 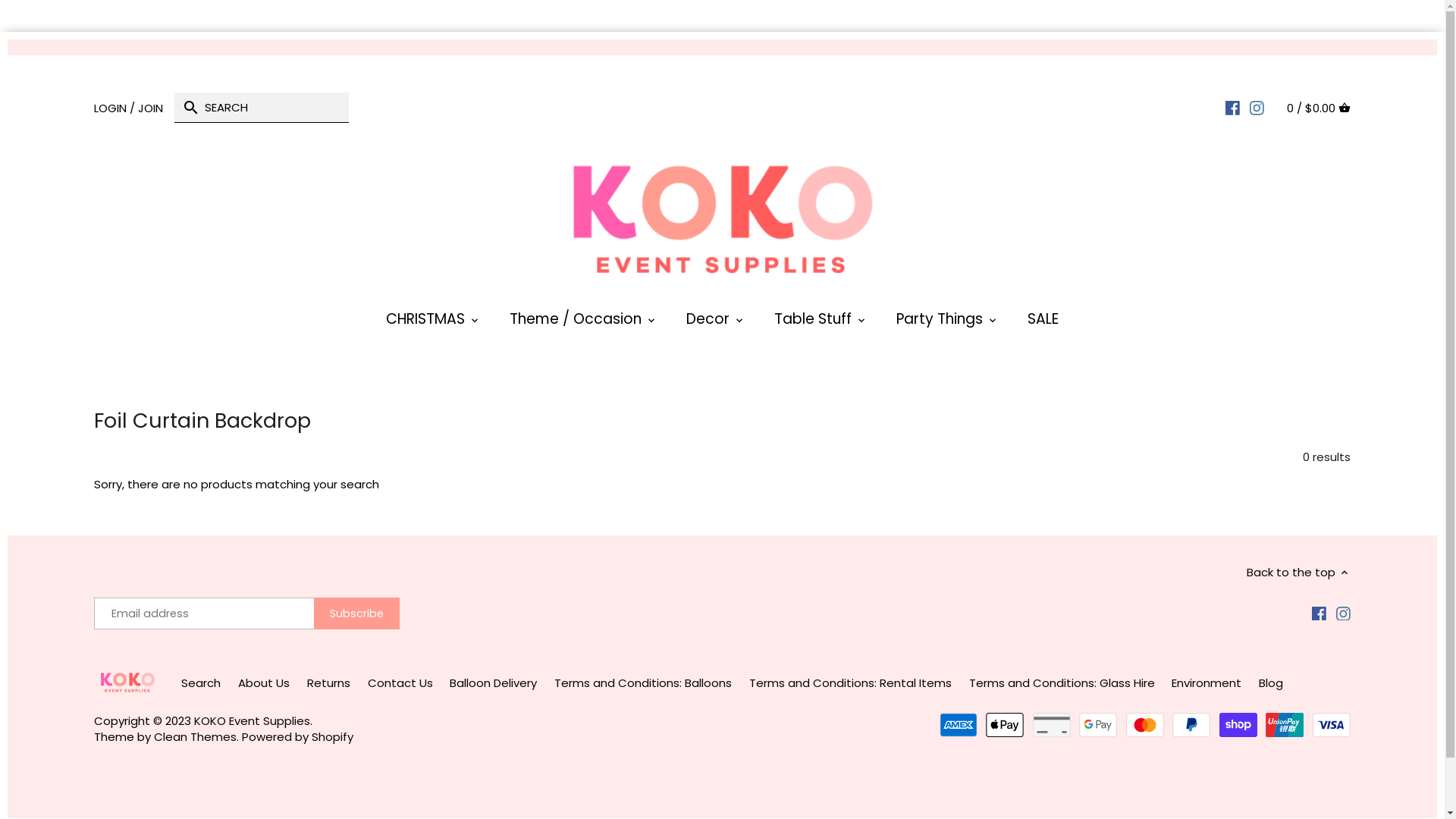 What do you see at coordinates (328, 682) in the screenshot?
I see `'Returns'` at bounding box center [328, 682].